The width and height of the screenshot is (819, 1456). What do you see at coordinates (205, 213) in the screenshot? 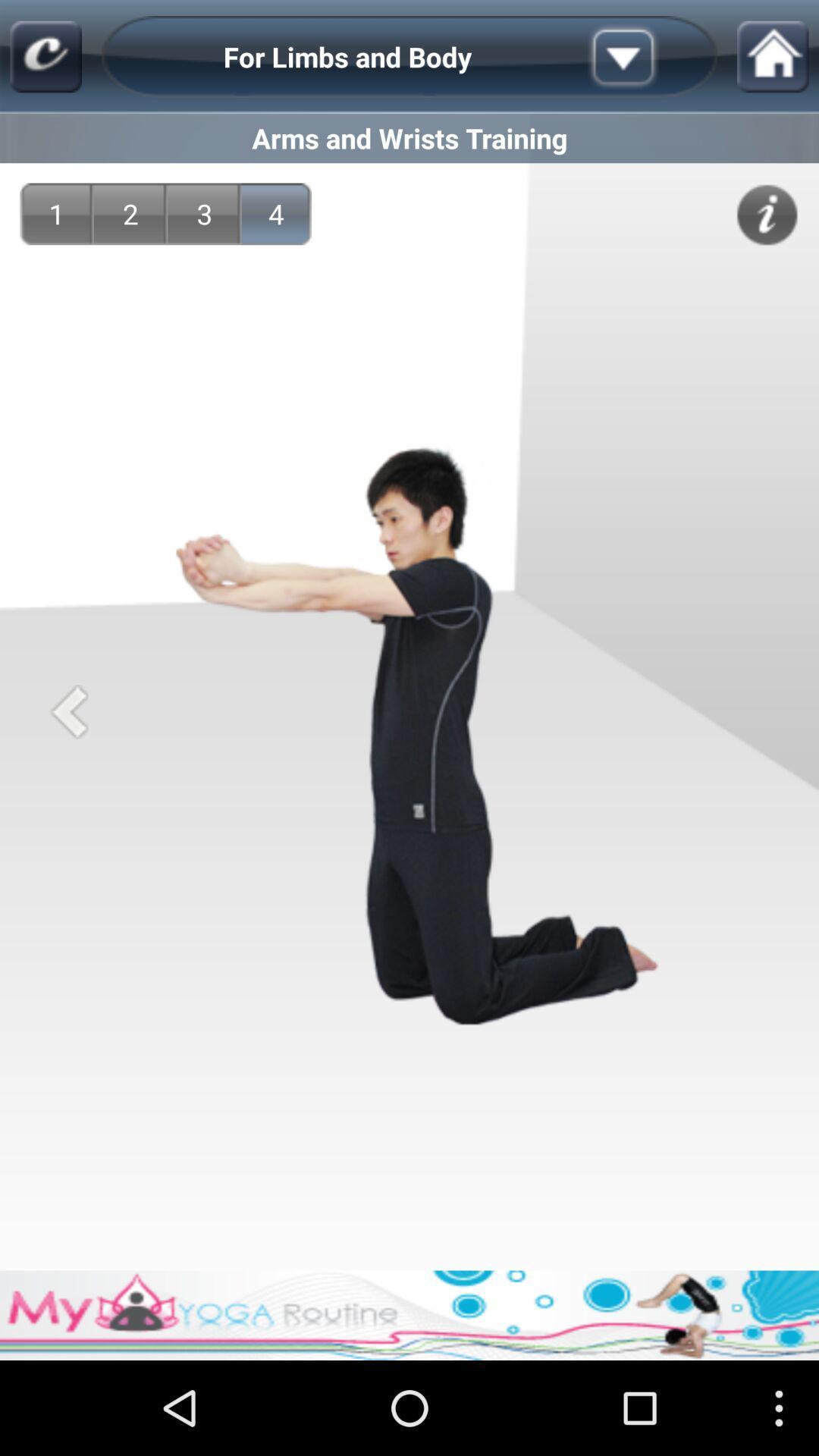
I see `the icon next to the 2 icon` at bounding box center [205, 213].